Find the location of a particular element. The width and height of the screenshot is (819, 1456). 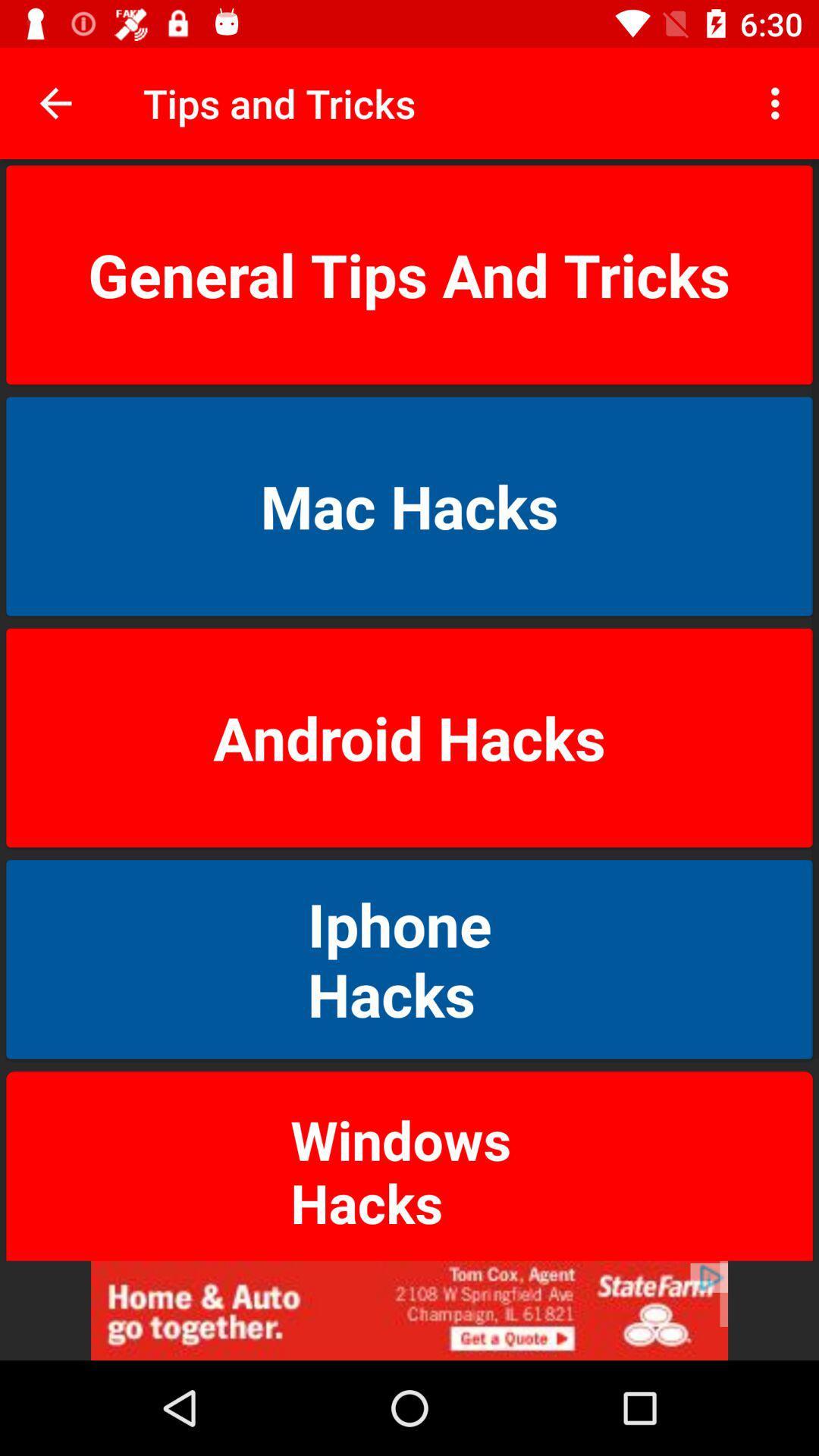

advertisement banner is located at coordinates (409, 1310).